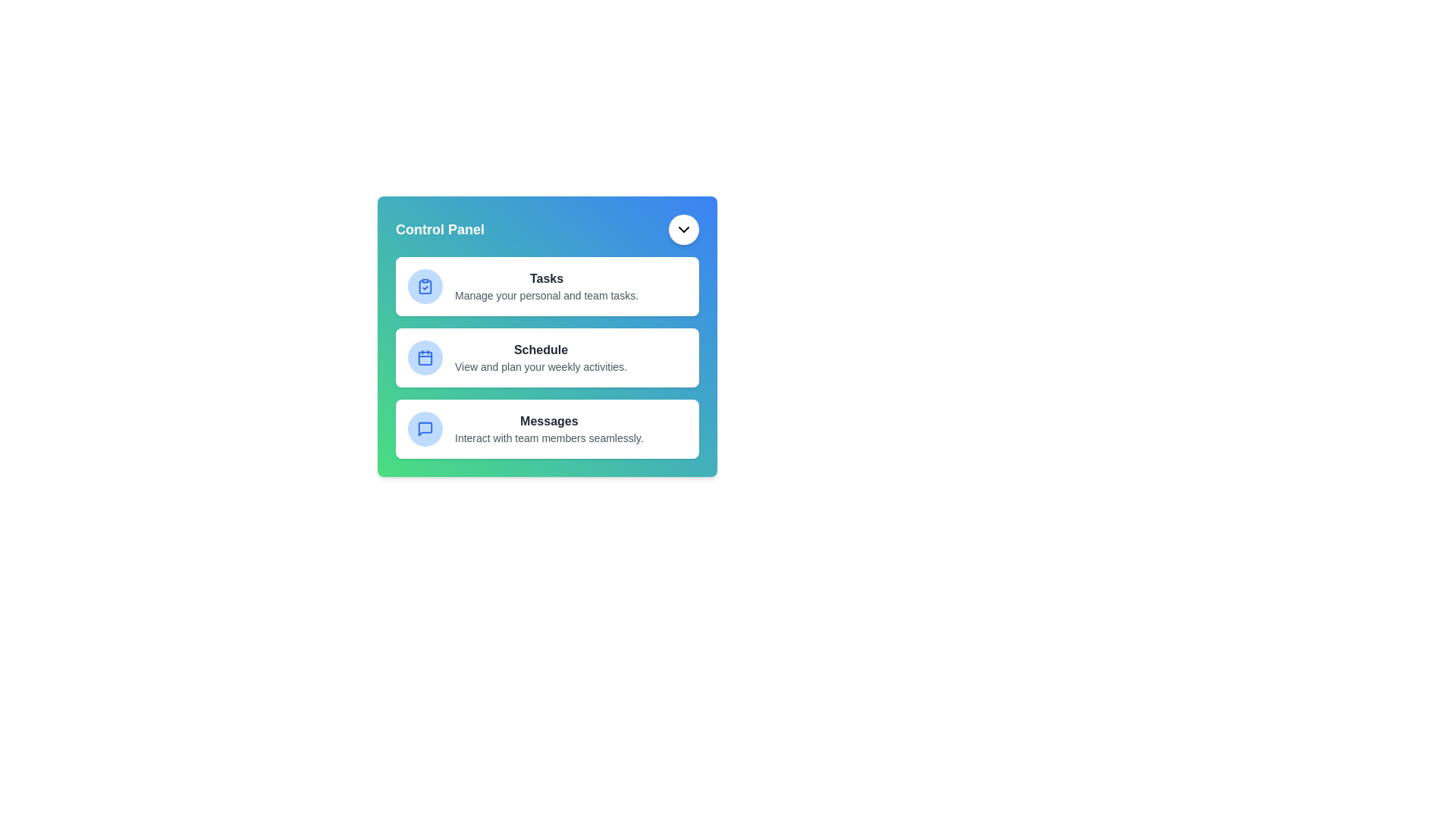 The height and width of the screenshot is (819, 1456). I want to click on the chevron button to toggle the menu, so click(683, 230).